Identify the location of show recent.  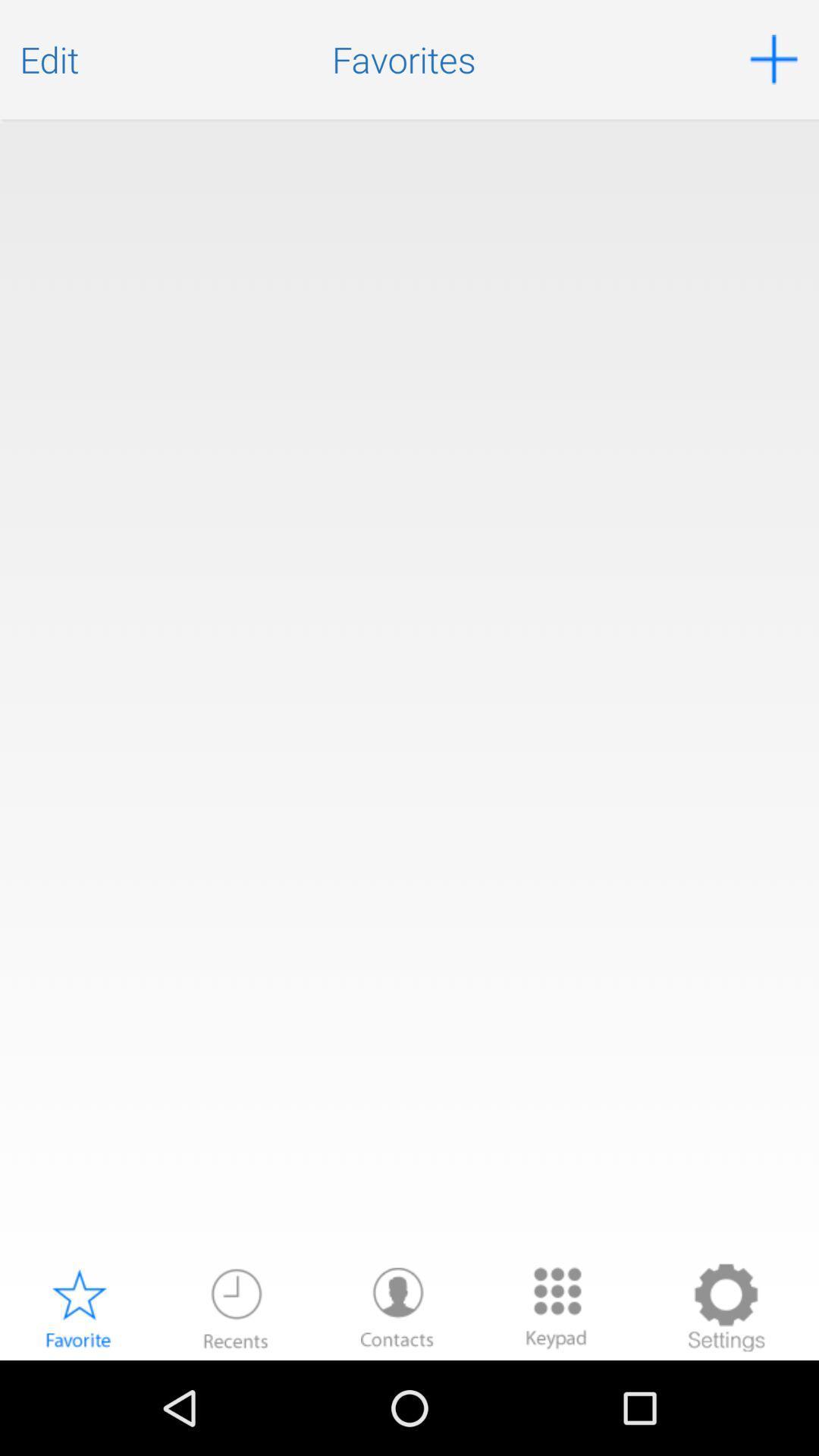
(236, 1307).